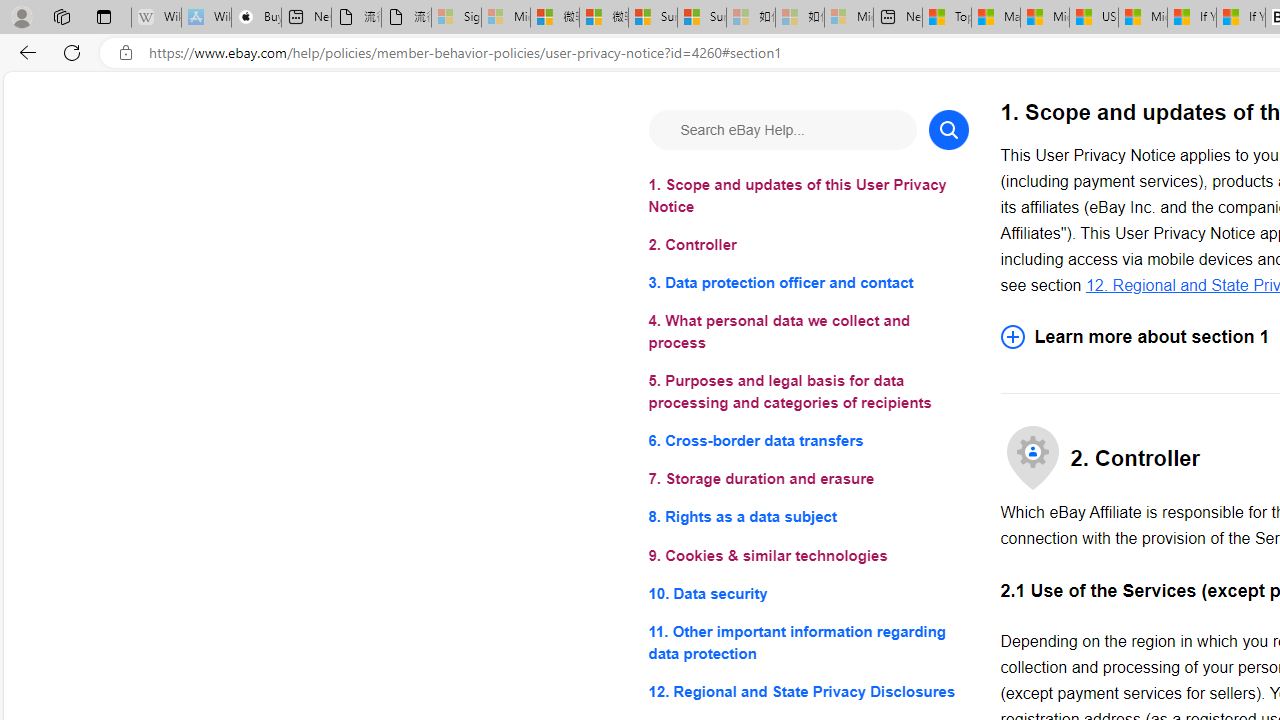 The width and height of the screenshot is (1280, 720). I want to click on '2. Controller', so click(808, 244).